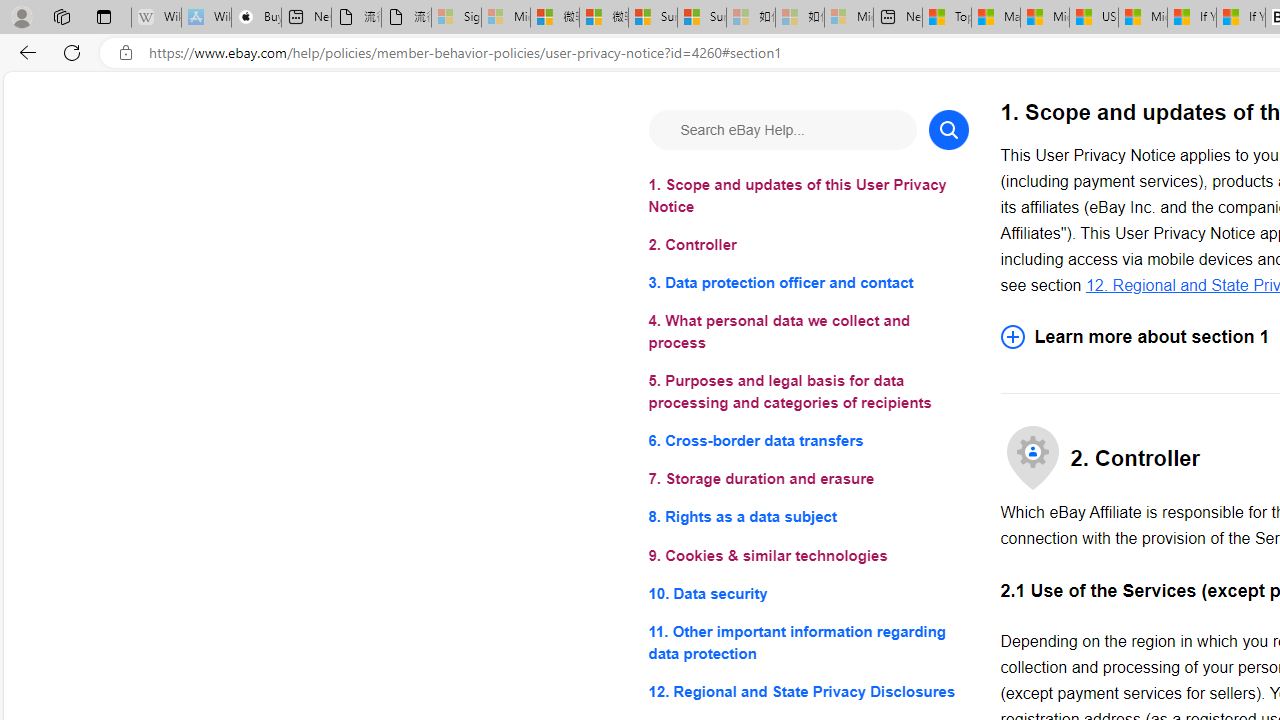 The width and height of the screenshot is (1280, 720). I want to click on '2. Controller', so click(808, 244).